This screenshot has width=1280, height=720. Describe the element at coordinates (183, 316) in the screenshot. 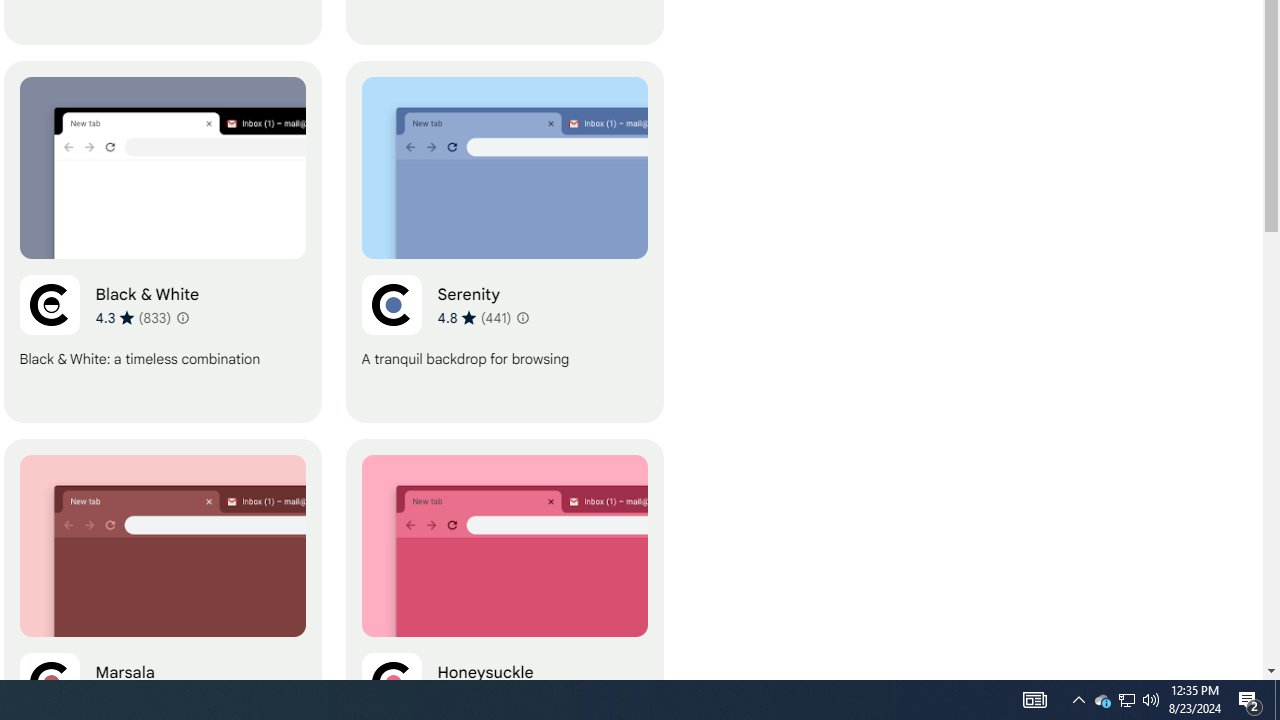

I see `'Learn more about results and reviews "Black & White"'` at that location.